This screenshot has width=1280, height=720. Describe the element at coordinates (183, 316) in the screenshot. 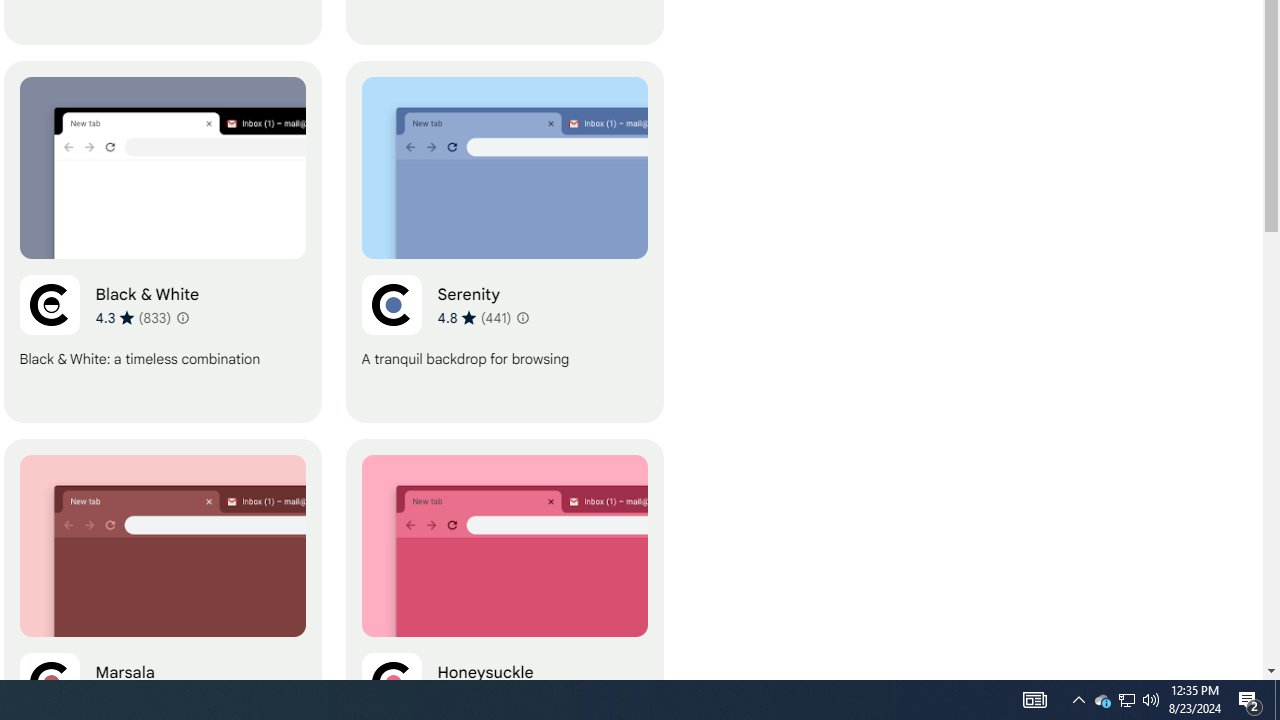

I see `'Learn more about results and reviews "Black & White"'` at that location.